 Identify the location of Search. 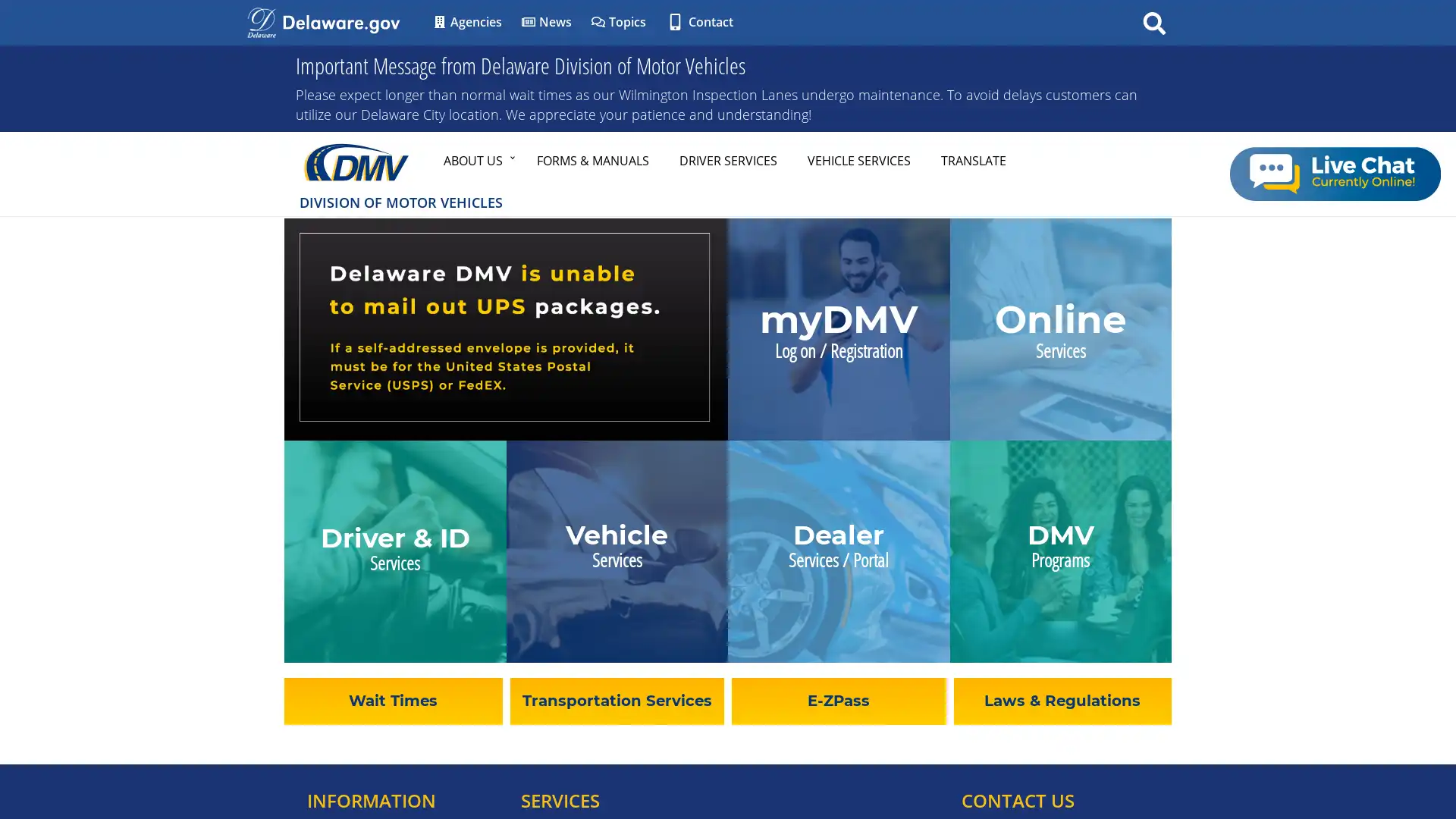
(1153, 22).